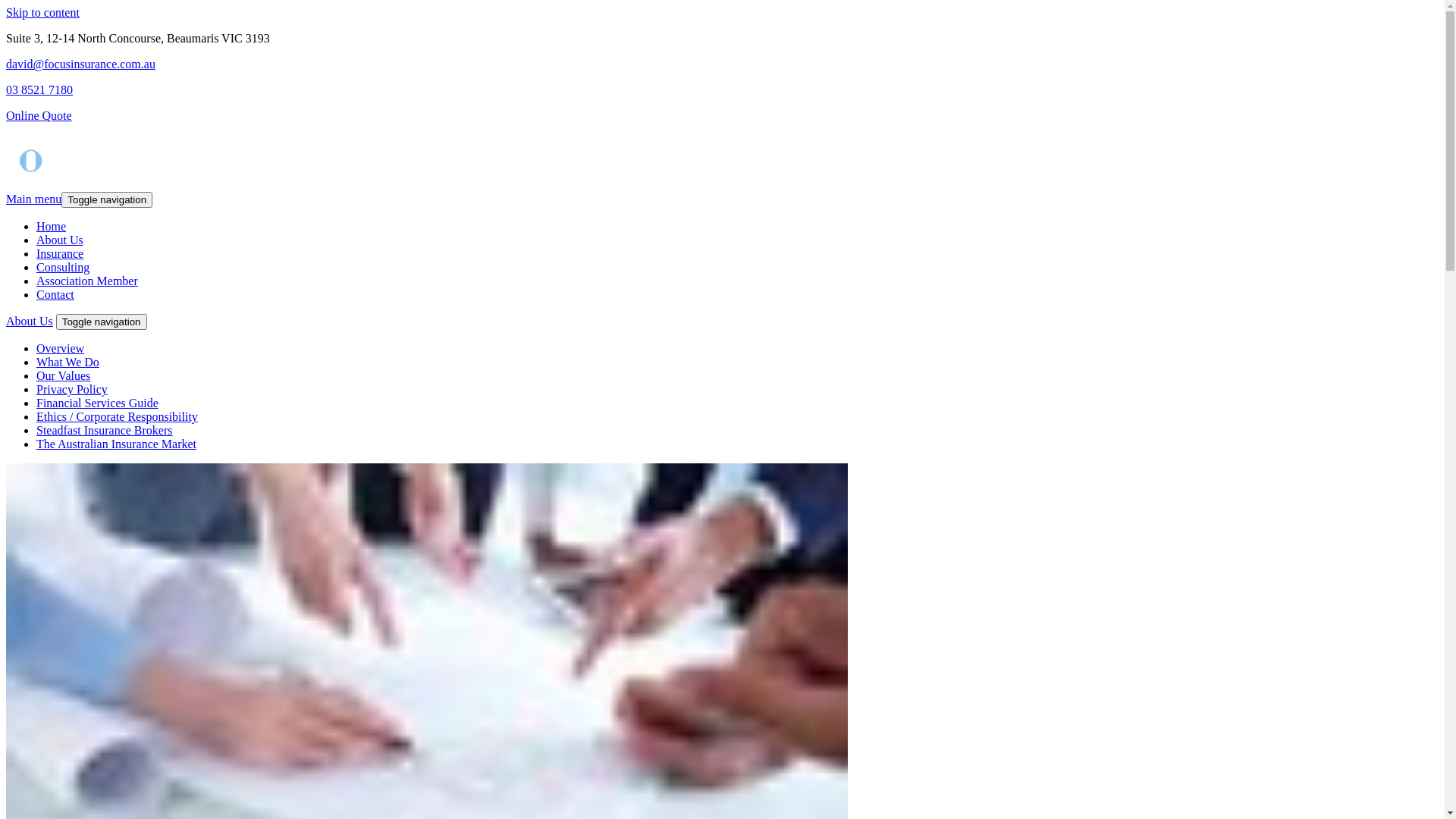 The width and height of the screenshot is (1456, 819). Describe the element at coordinates (29, 320) in the screenshot. I see `'About Us'` at that location.